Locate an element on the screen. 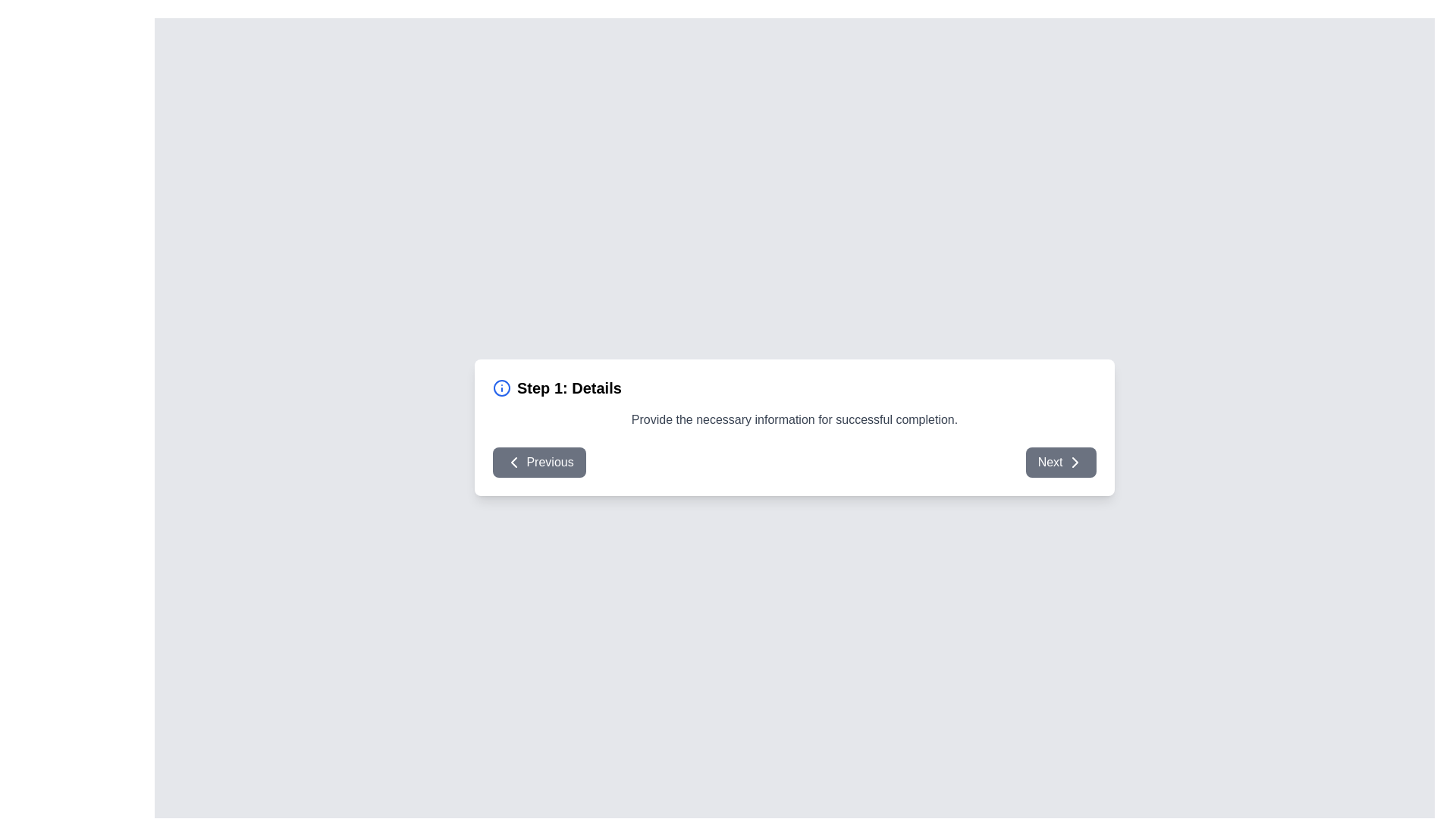 This screenshot has width=1456, height=819. the 'Previous' button located at the bottom-left corner of the card layout is located at coordinates (539, 461).